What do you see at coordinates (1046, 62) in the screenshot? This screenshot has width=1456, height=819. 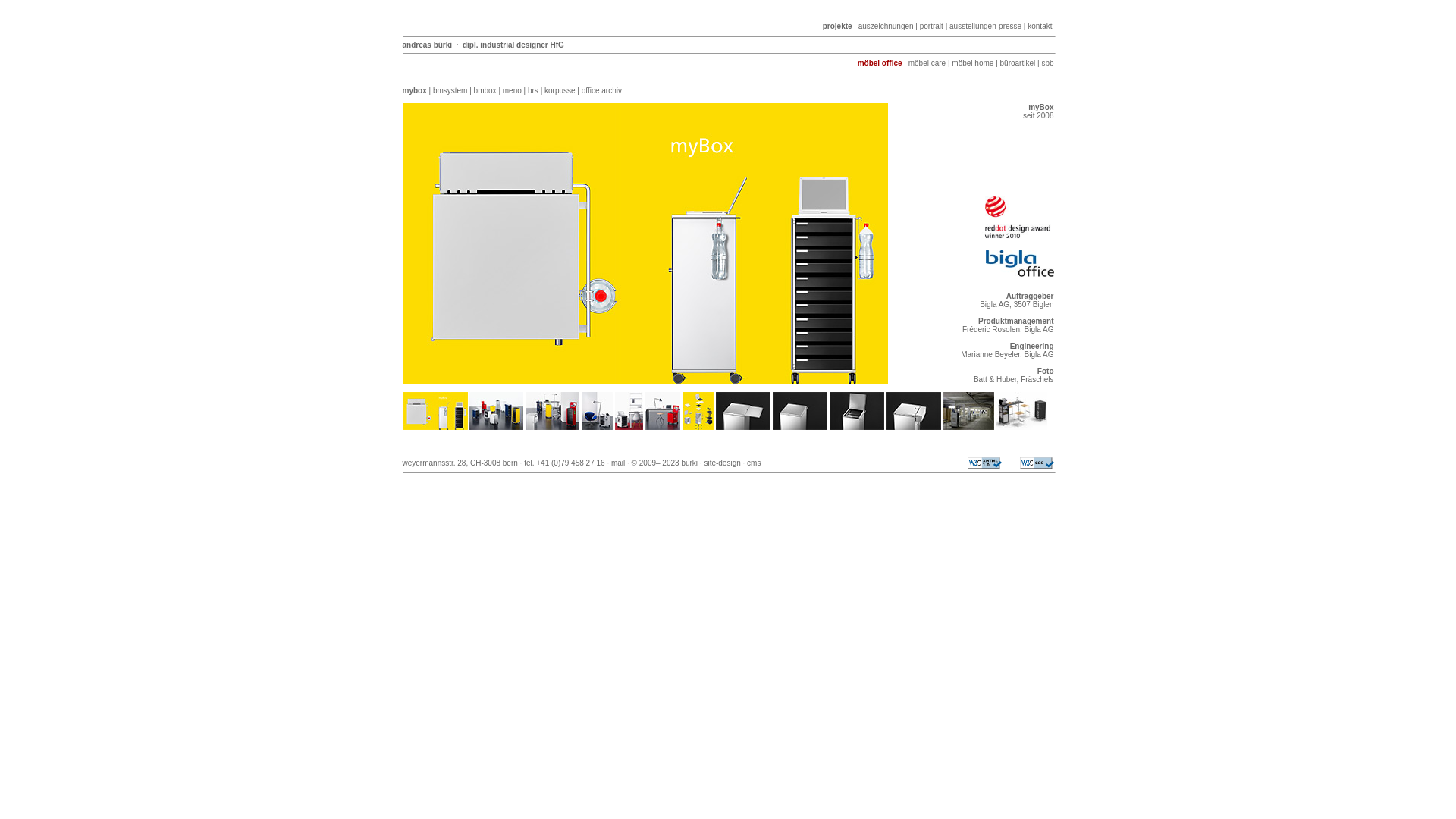 I see `'sbb'` at bounding box center [1046, 62].